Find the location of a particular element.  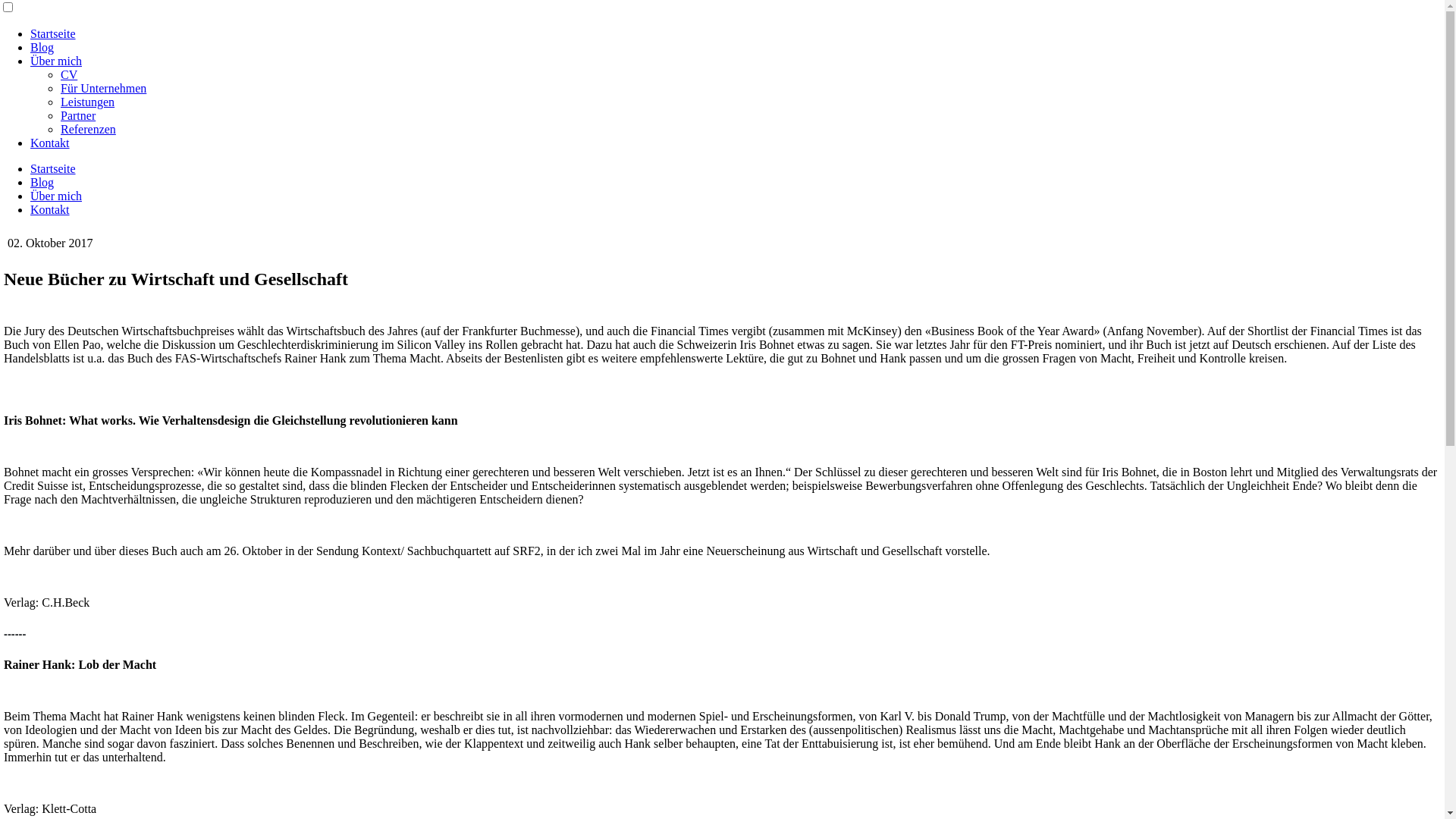

'Startseite' is located at coordinates (53, 168).